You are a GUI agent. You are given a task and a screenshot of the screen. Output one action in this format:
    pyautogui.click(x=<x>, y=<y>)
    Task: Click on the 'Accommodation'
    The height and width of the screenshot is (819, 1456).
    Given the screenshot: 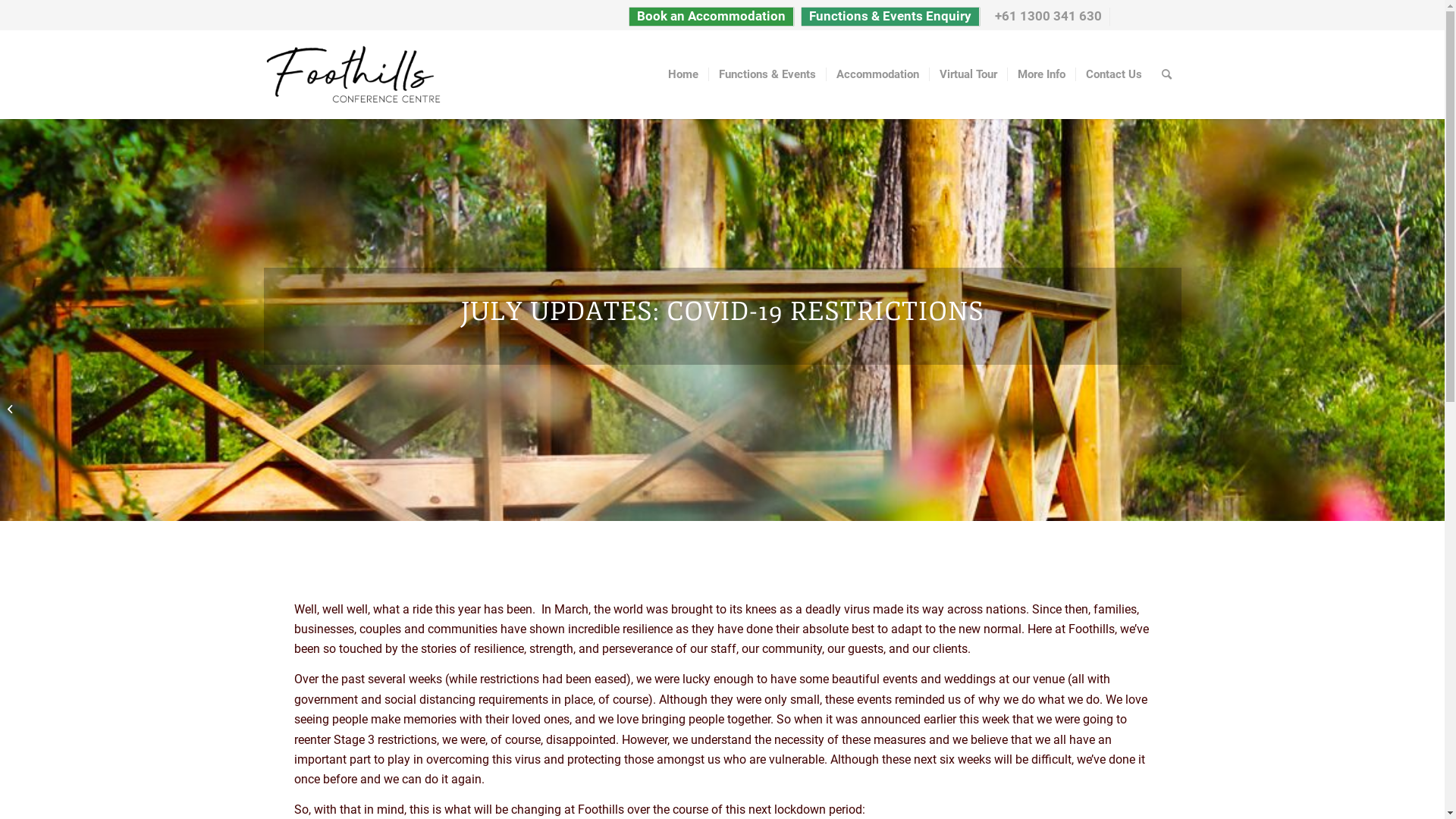 What is the action you would take?
    pyautogui.click(x=824, y=74)
    